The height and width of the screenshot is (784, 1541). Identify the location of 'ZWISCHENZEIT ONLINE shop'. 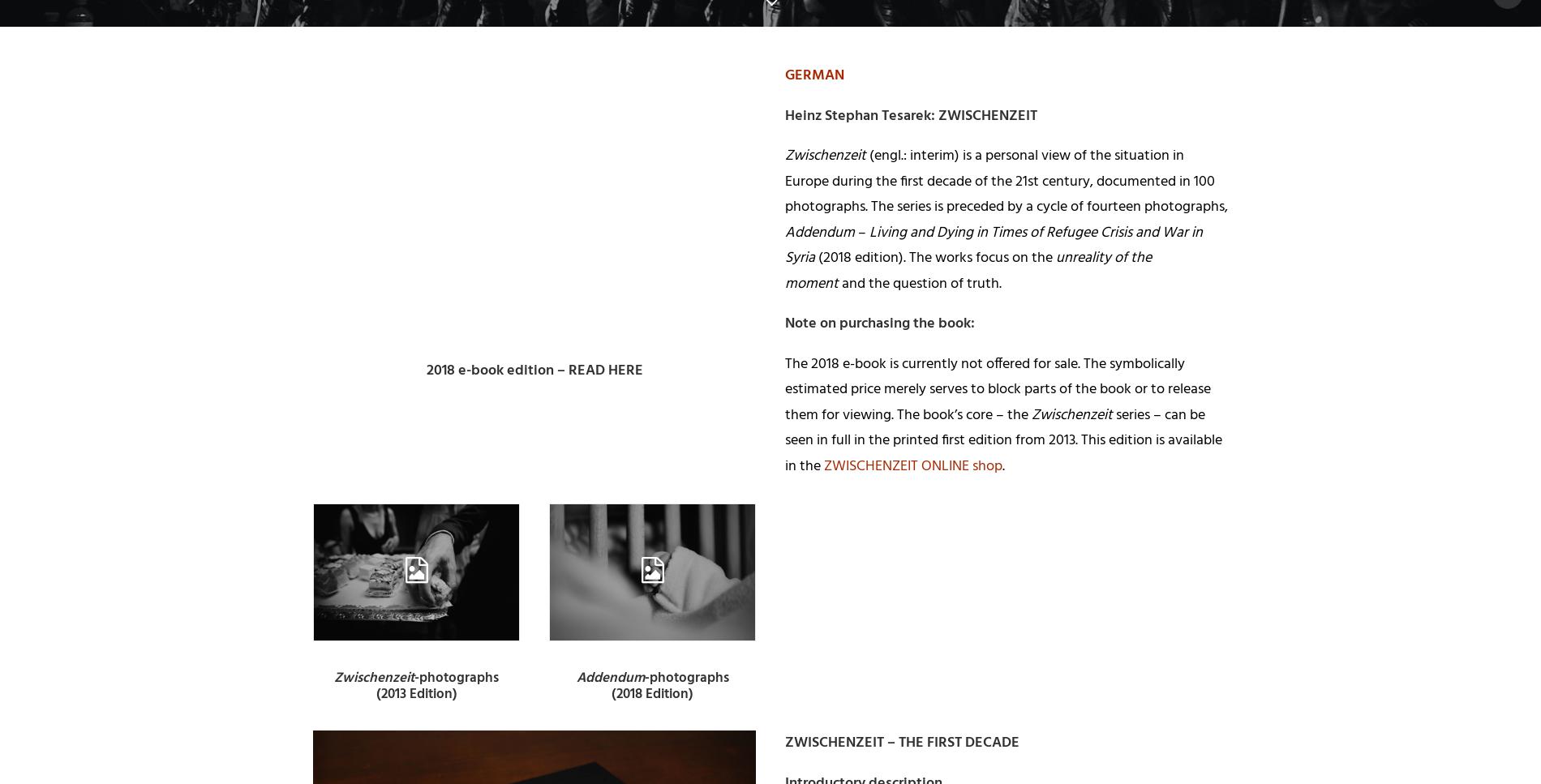
(912, 465).